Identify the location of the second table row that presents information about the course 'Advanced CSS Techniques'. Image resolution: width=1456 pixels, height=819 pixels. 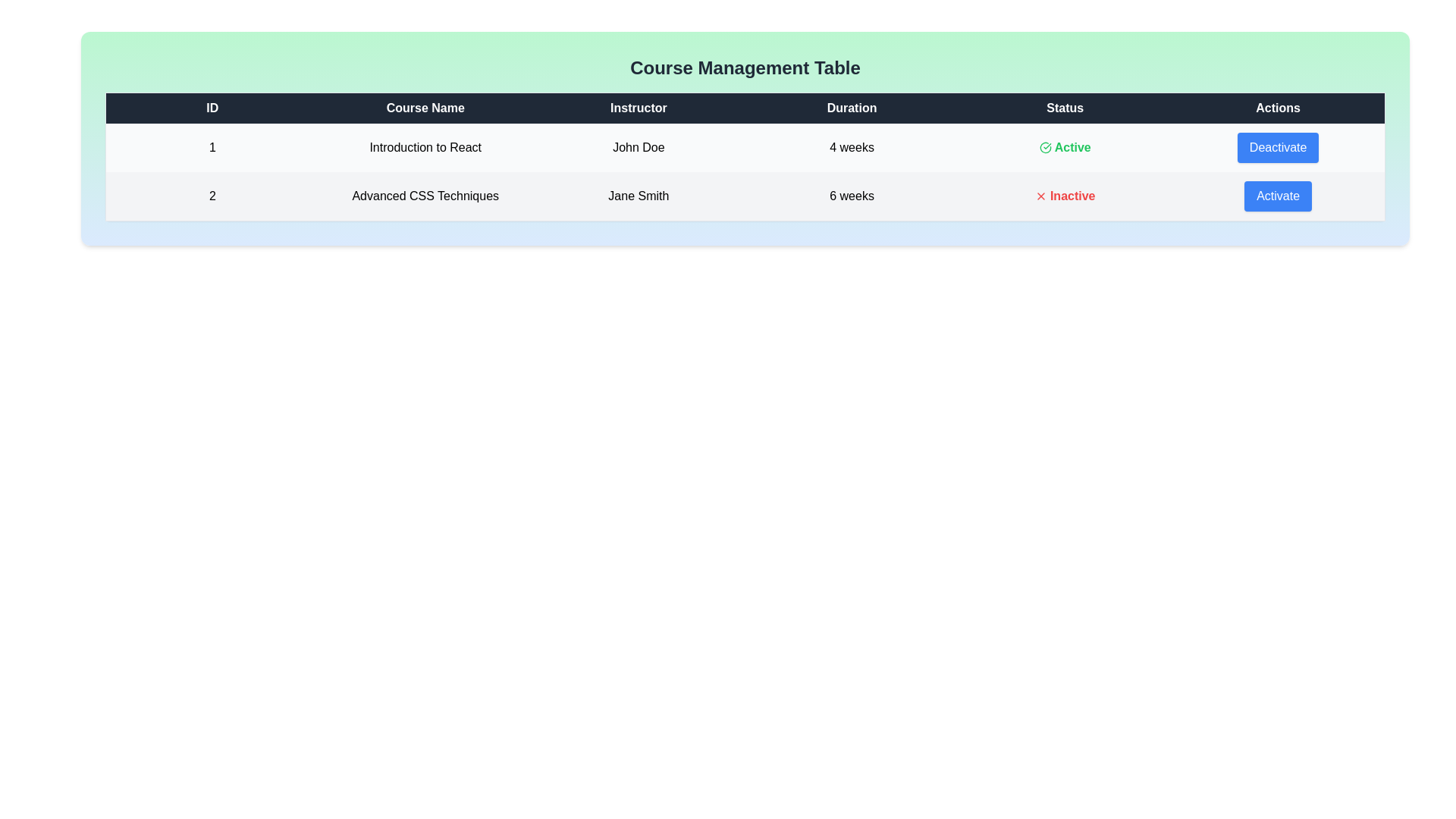
(745, 195).